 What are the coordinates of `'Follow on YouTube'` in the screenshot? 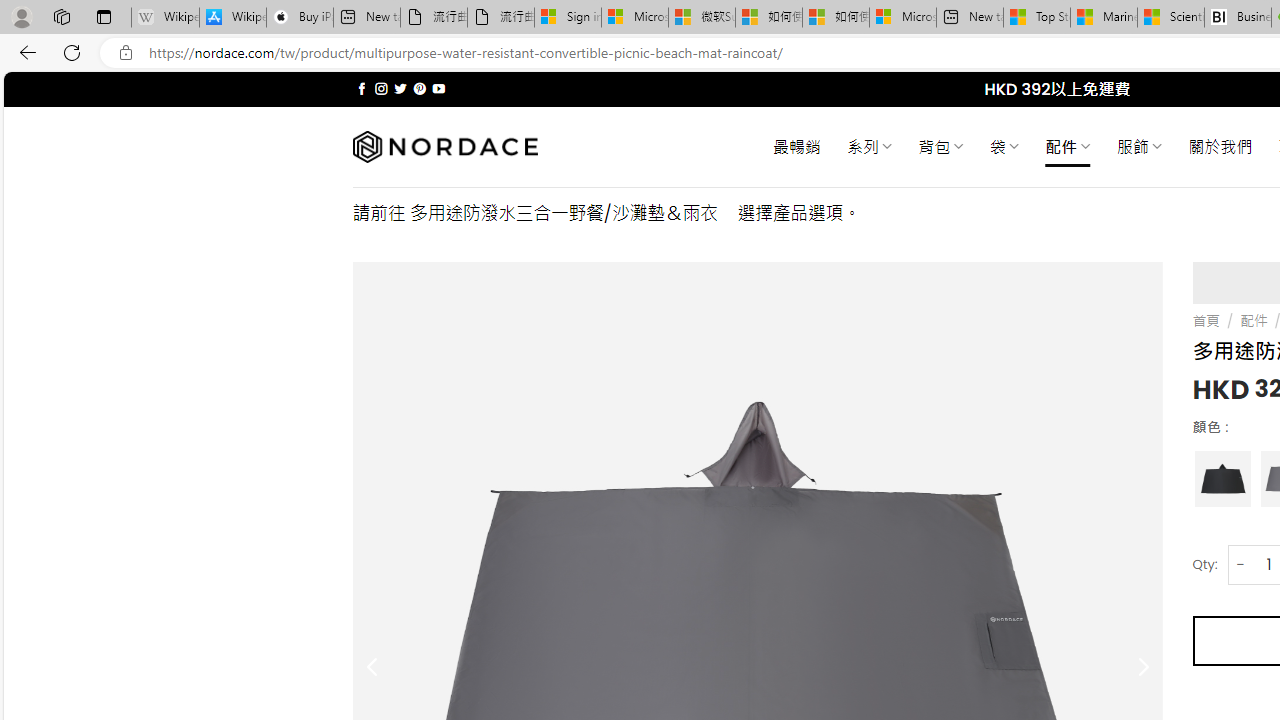 It's located at (438, 88).